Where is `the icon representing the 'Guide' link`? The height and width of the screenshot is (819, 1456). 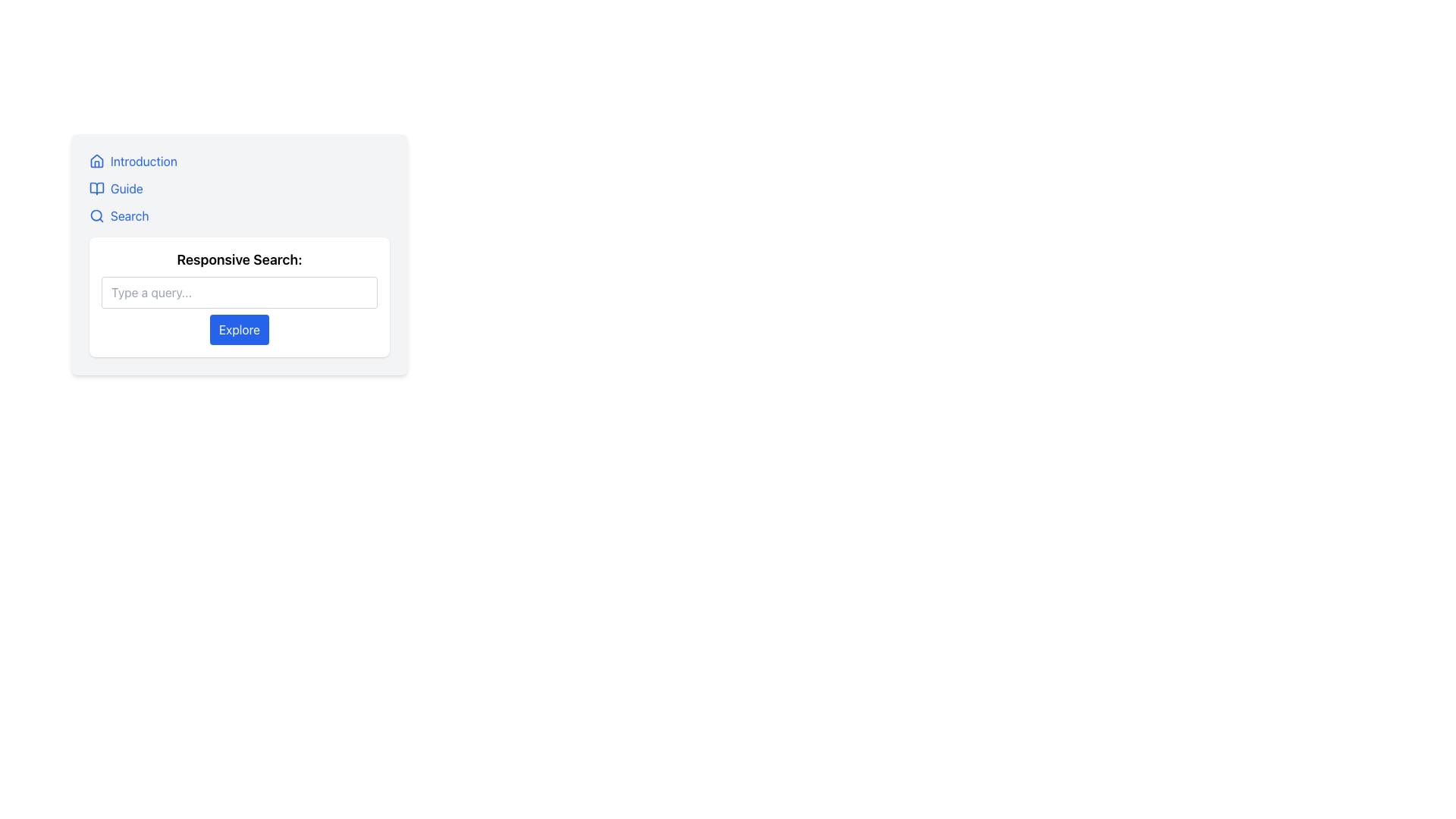
the icon representing the 'Guide' link is located at coordinates (96, 188).